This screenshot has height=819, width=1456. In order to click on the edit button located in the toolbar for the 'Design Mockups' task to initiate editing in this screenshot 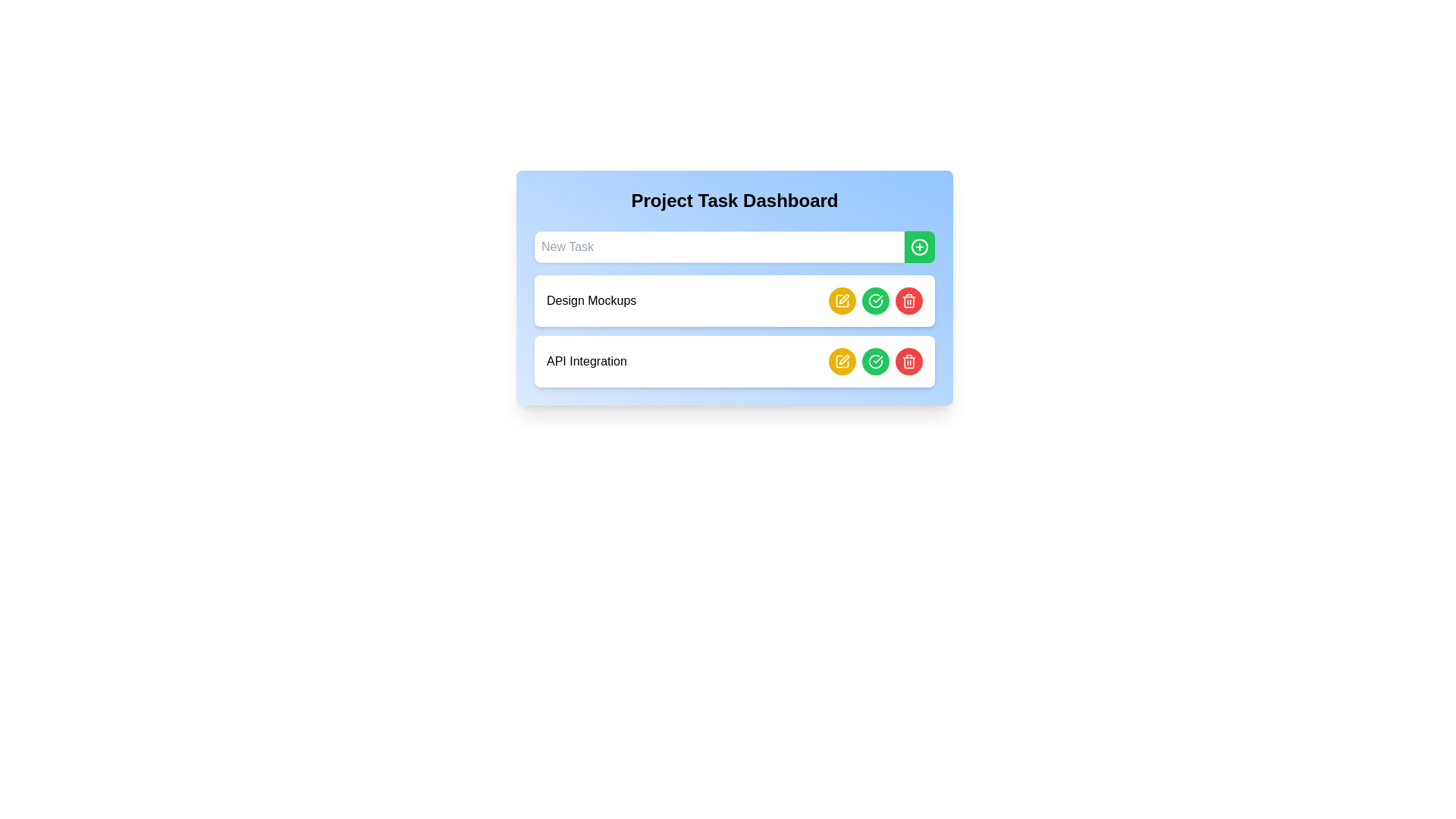, I will do `click(841, 362)`.